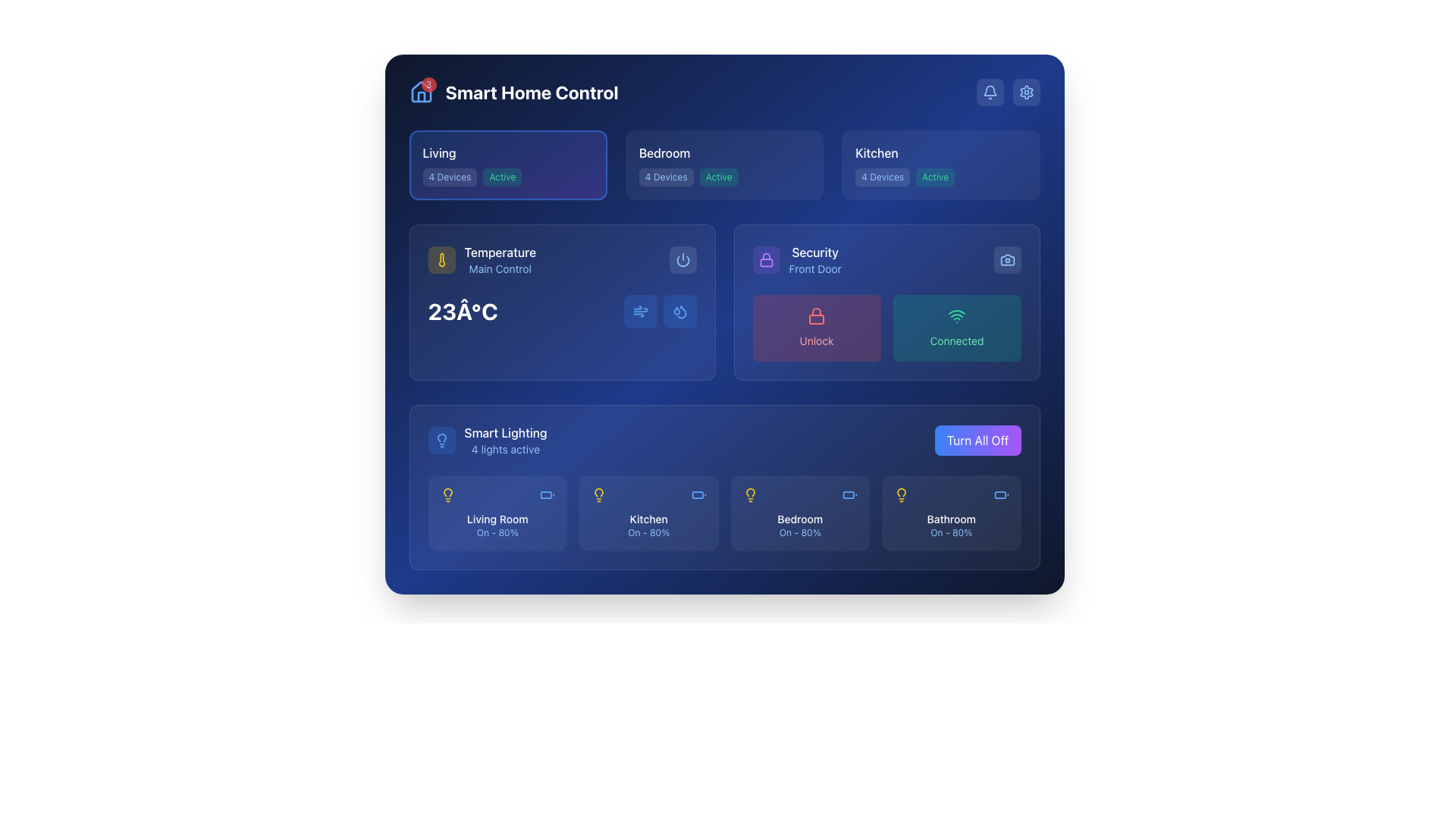 Image resolution: width=1456 pixels, height=819 pixels. I want to click on the red lock icon with a rounded design located in the 'Security' card, positioned centrally above the 'Unlock' label, so click(815, 315).